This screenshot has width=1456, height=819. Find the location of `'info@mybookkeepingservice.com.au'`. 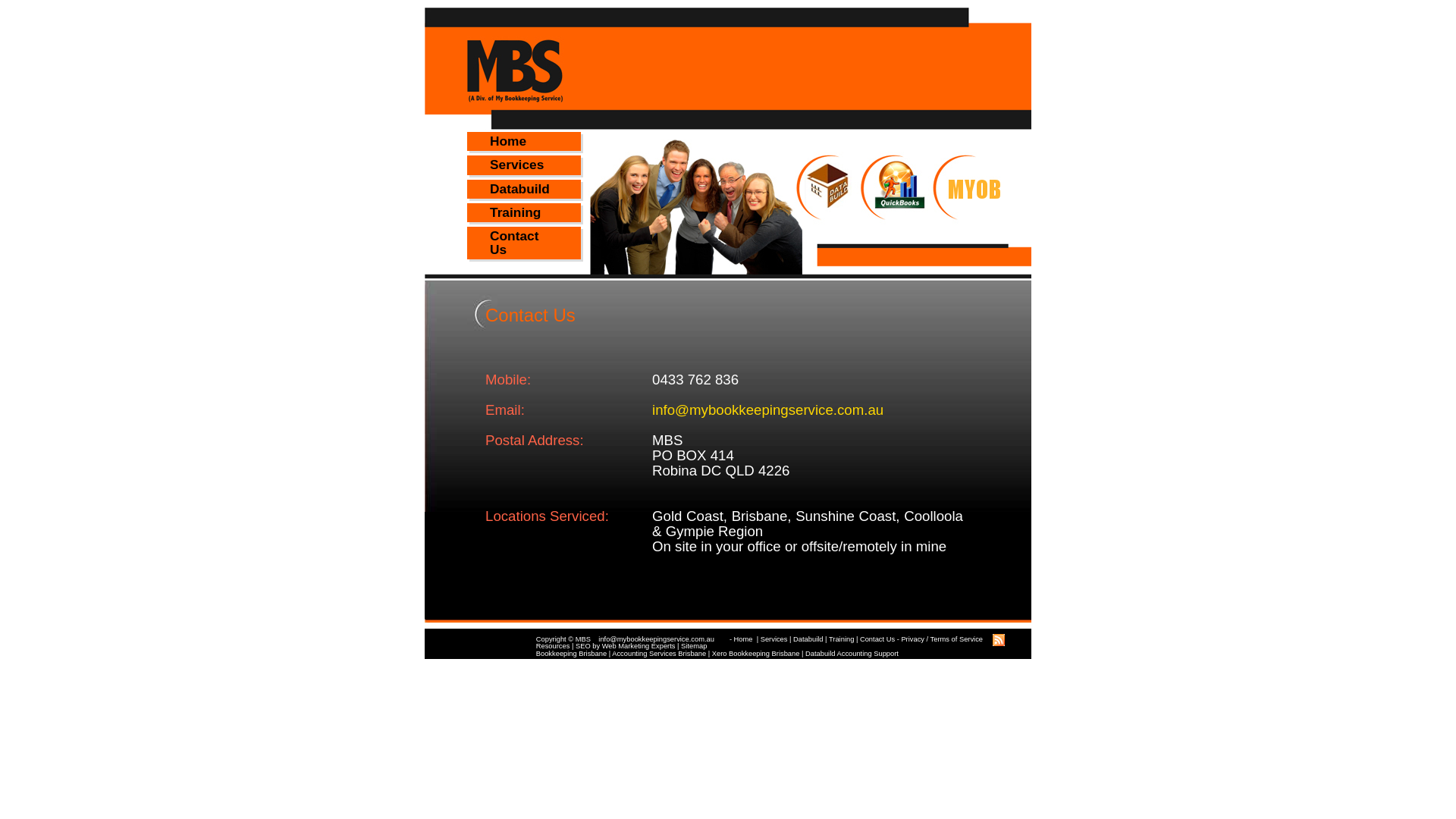

'info@mybookkeepingservice.com.au' is located at coordinates (767, 409).